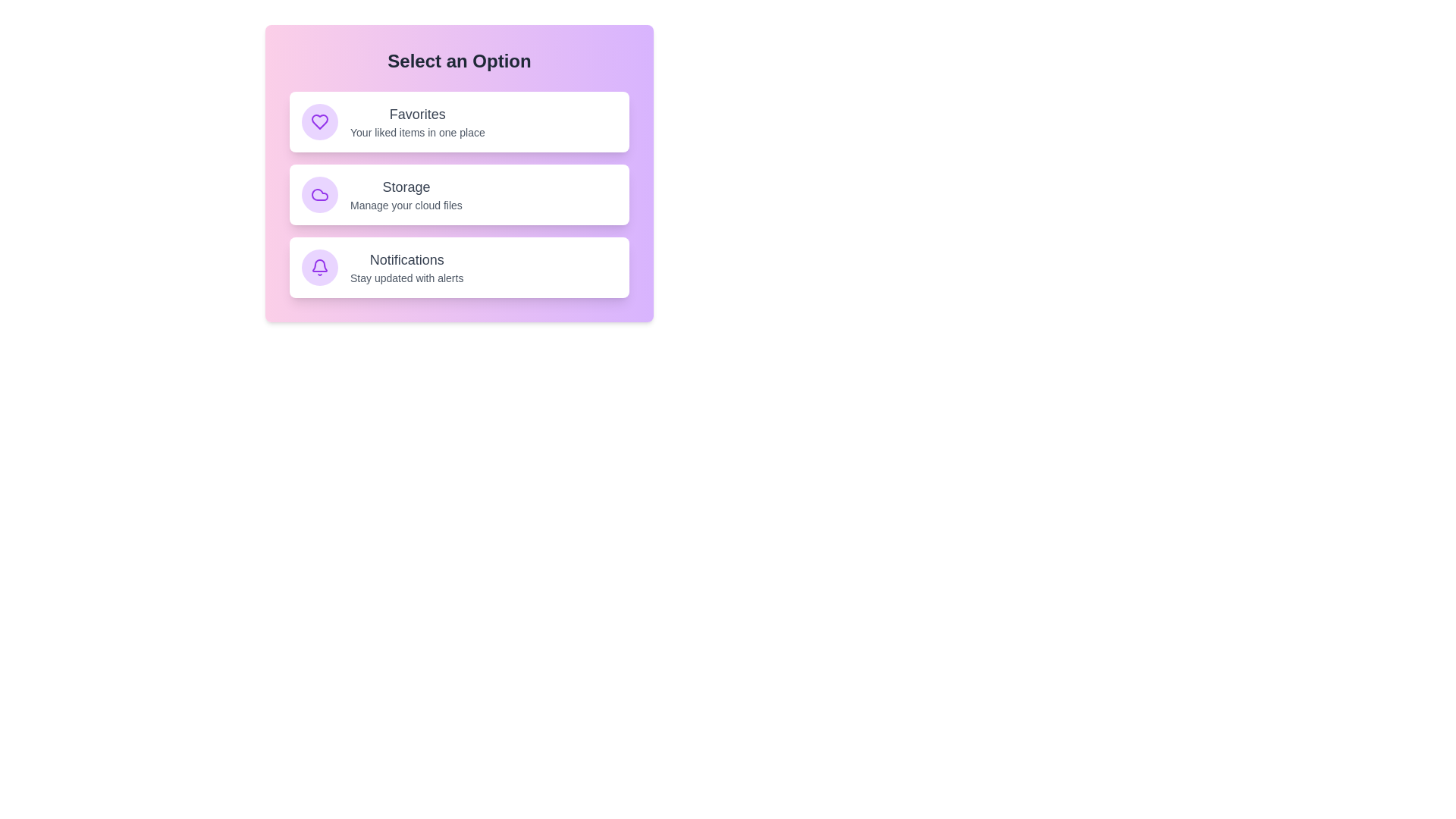 Image resolution: width=1456 pixels, height=819 pixels. What do you see at coordinates (319, 267) in the screenshot?
I see `the icon corresponding to Notifications` at bounding box center [319, 267].